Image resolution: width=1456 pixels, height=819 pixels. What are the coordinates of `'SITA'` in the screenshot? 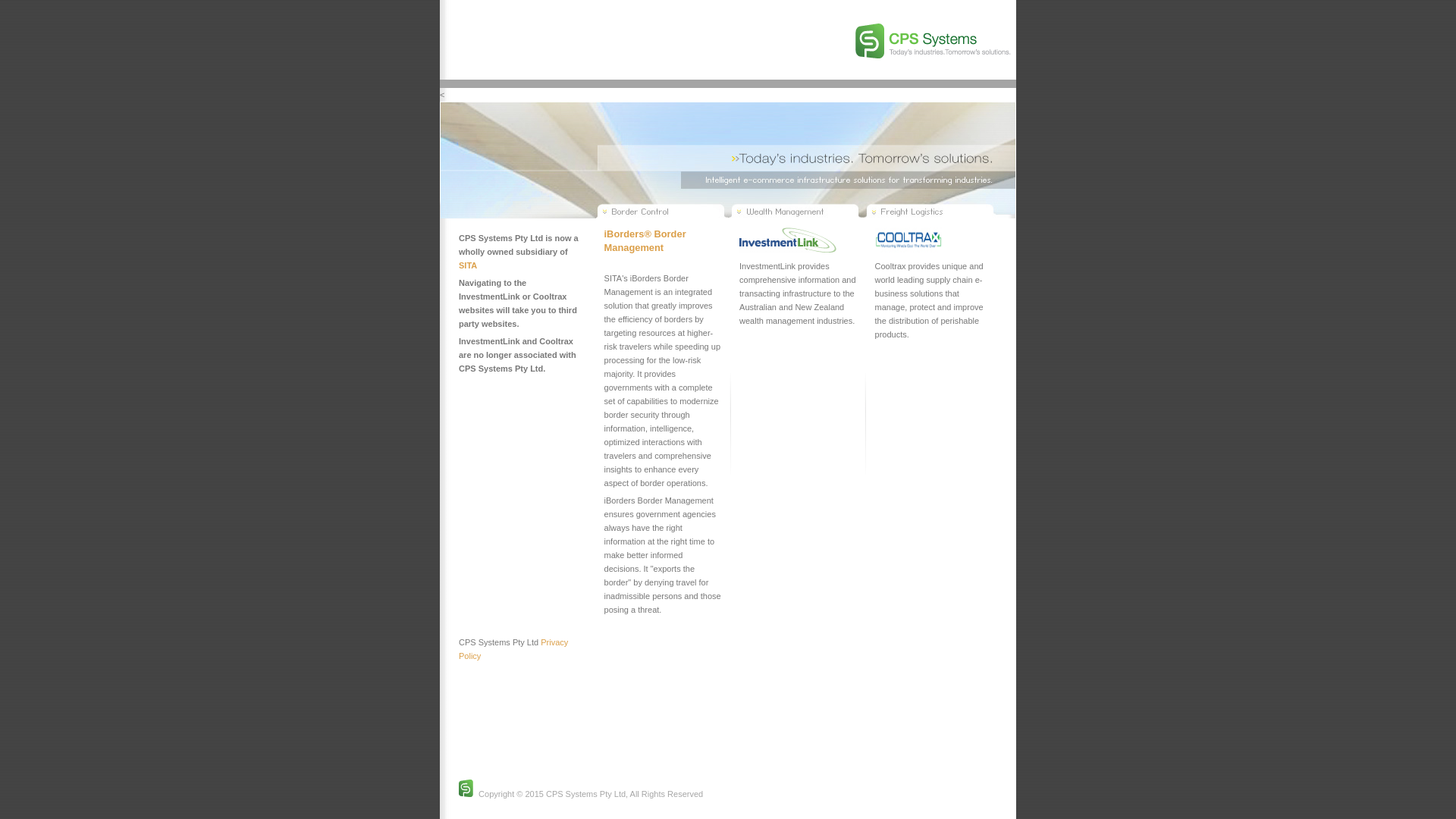 It's located at (457, 265).